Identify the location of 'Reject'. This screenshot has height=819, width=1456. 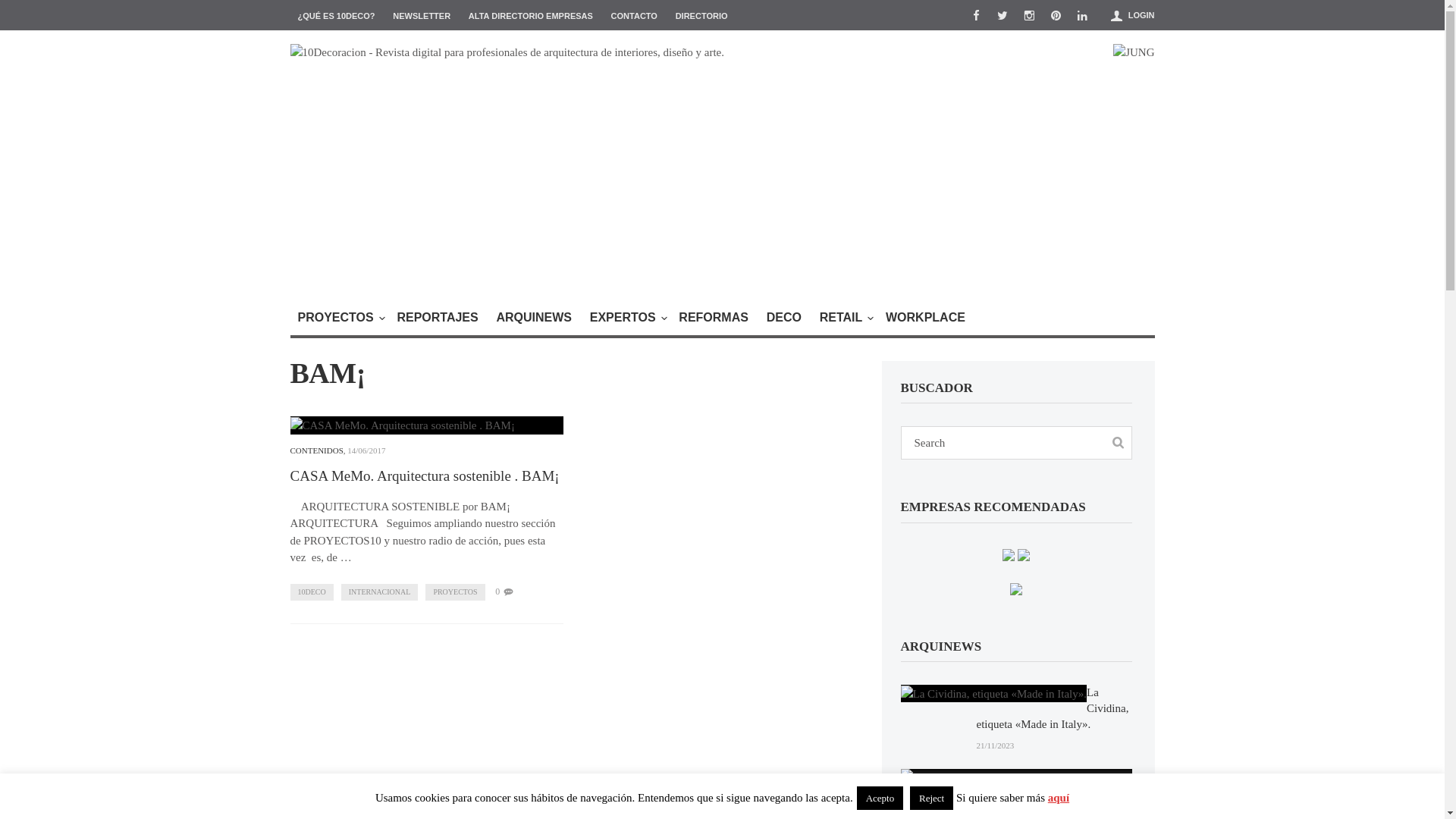
(930, 797).